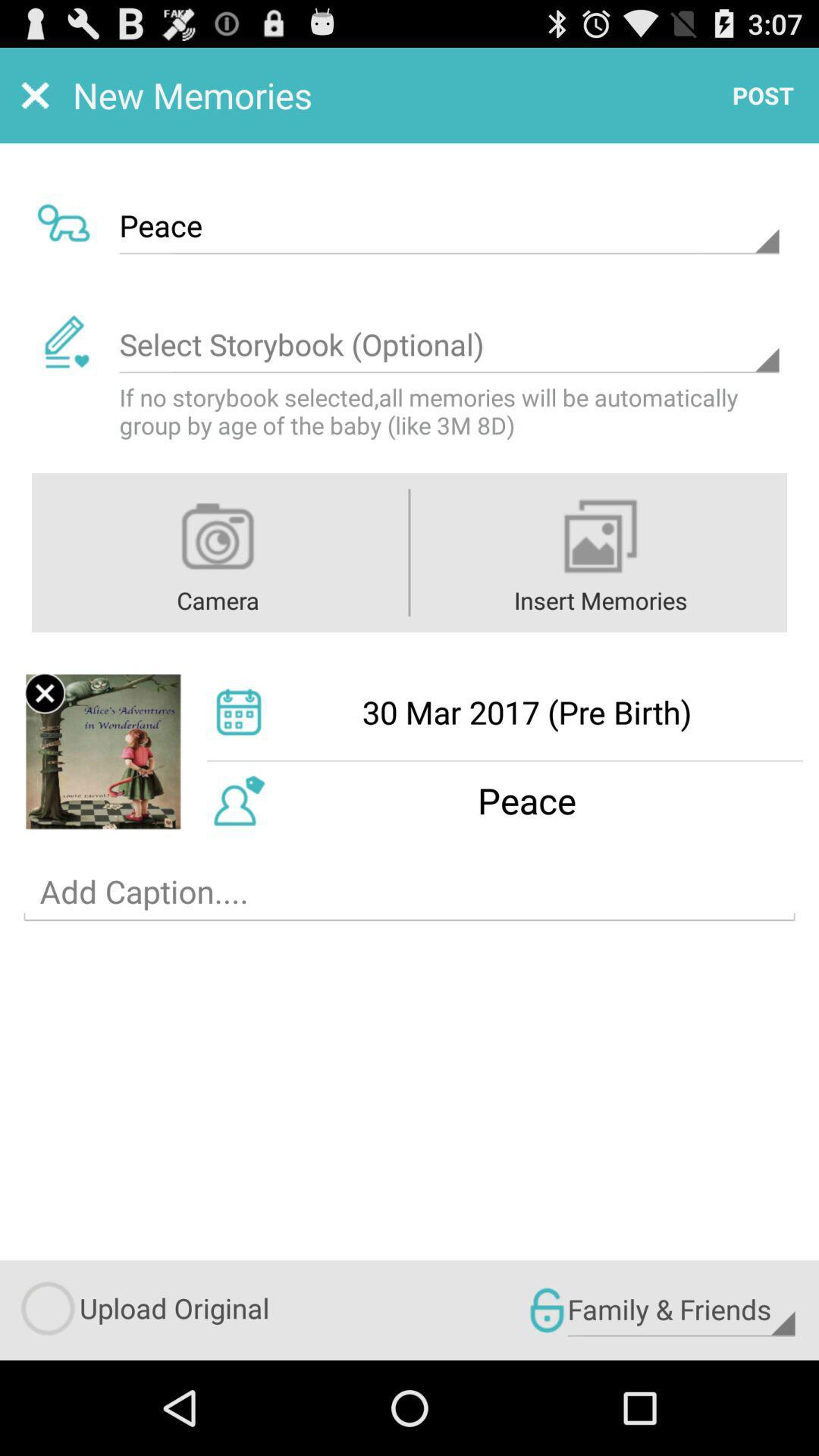  I want to click on storybook optional, so click(448, 344).